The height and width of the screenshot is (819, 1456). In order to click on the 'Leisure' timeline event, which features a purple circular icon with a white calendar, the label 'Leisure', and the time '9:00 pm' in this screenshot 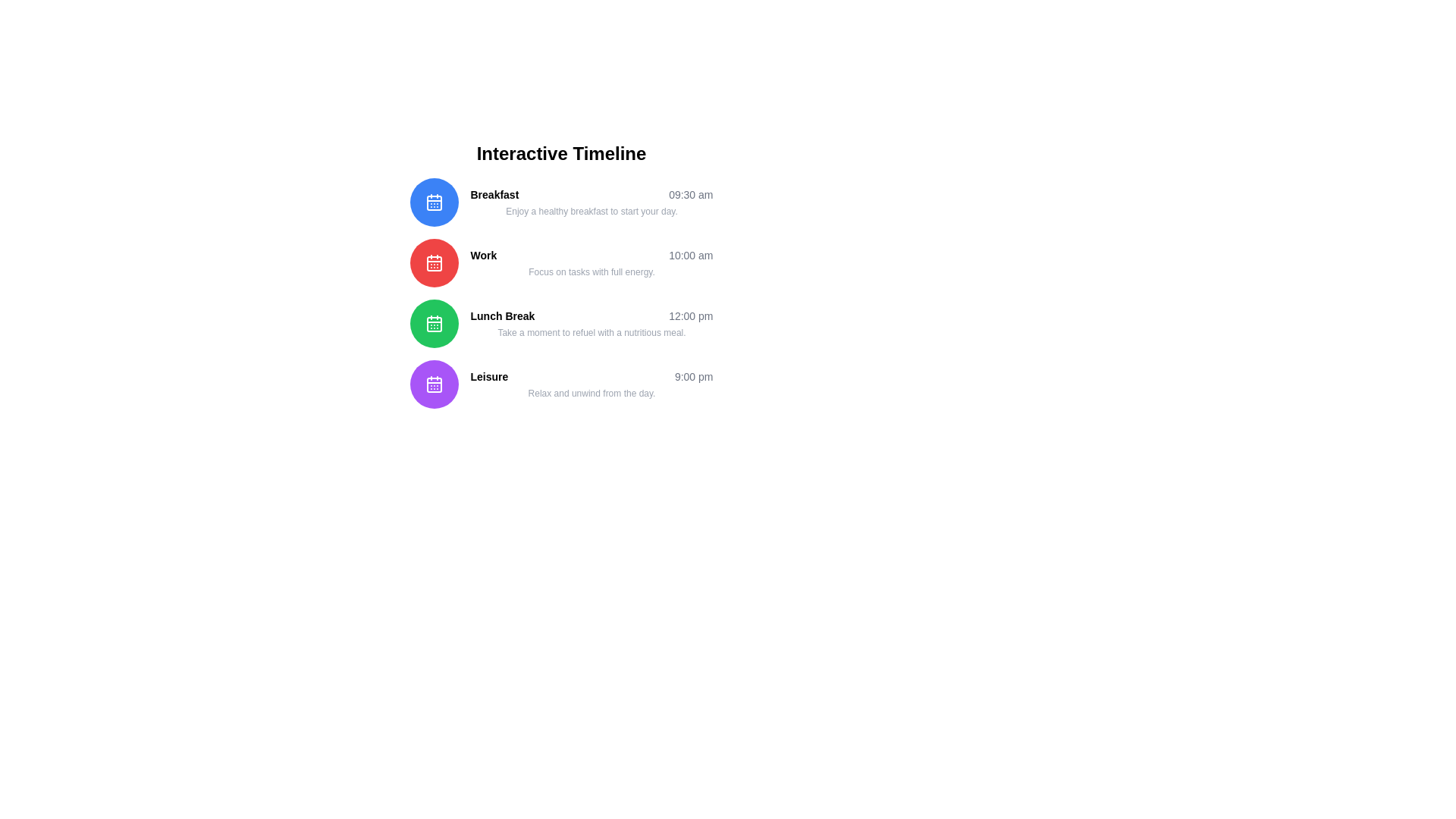, I will do `click(560, 383)`.